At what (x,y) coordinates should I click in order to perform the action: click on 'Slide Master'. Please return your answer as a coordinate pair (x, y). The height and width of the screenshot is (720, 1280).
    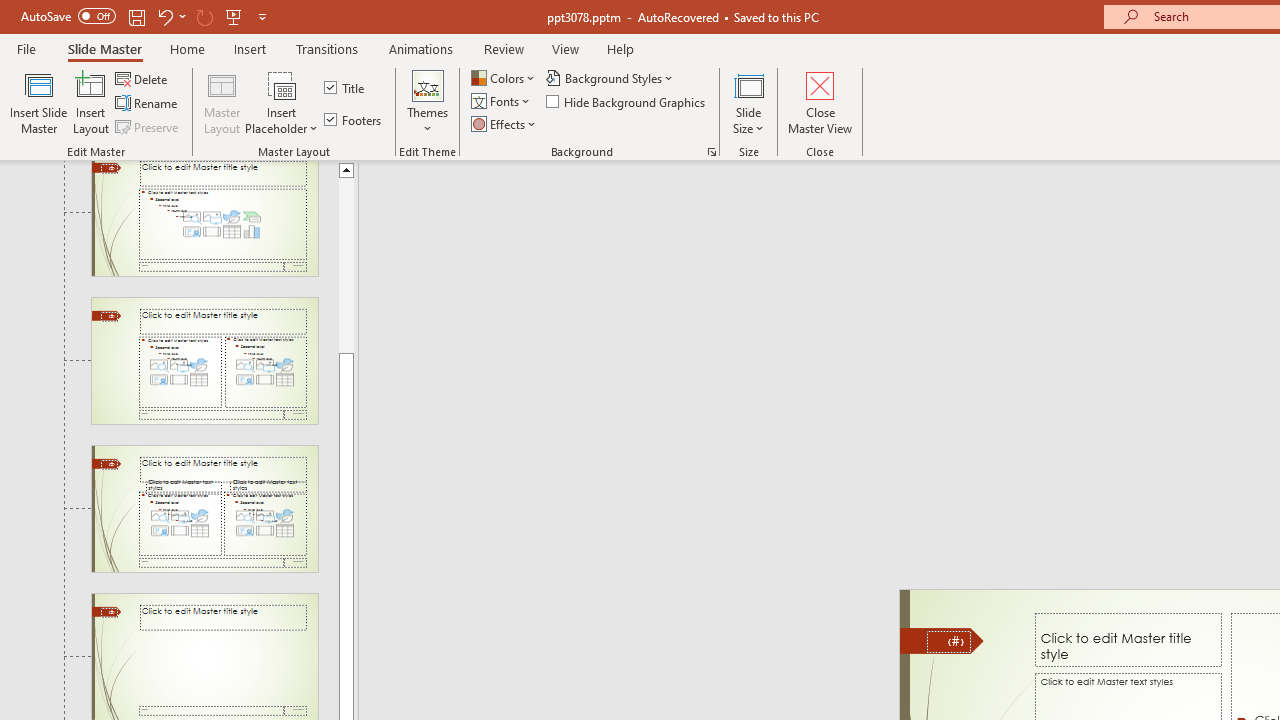
    Looking at the image, I should click on (103, 48).